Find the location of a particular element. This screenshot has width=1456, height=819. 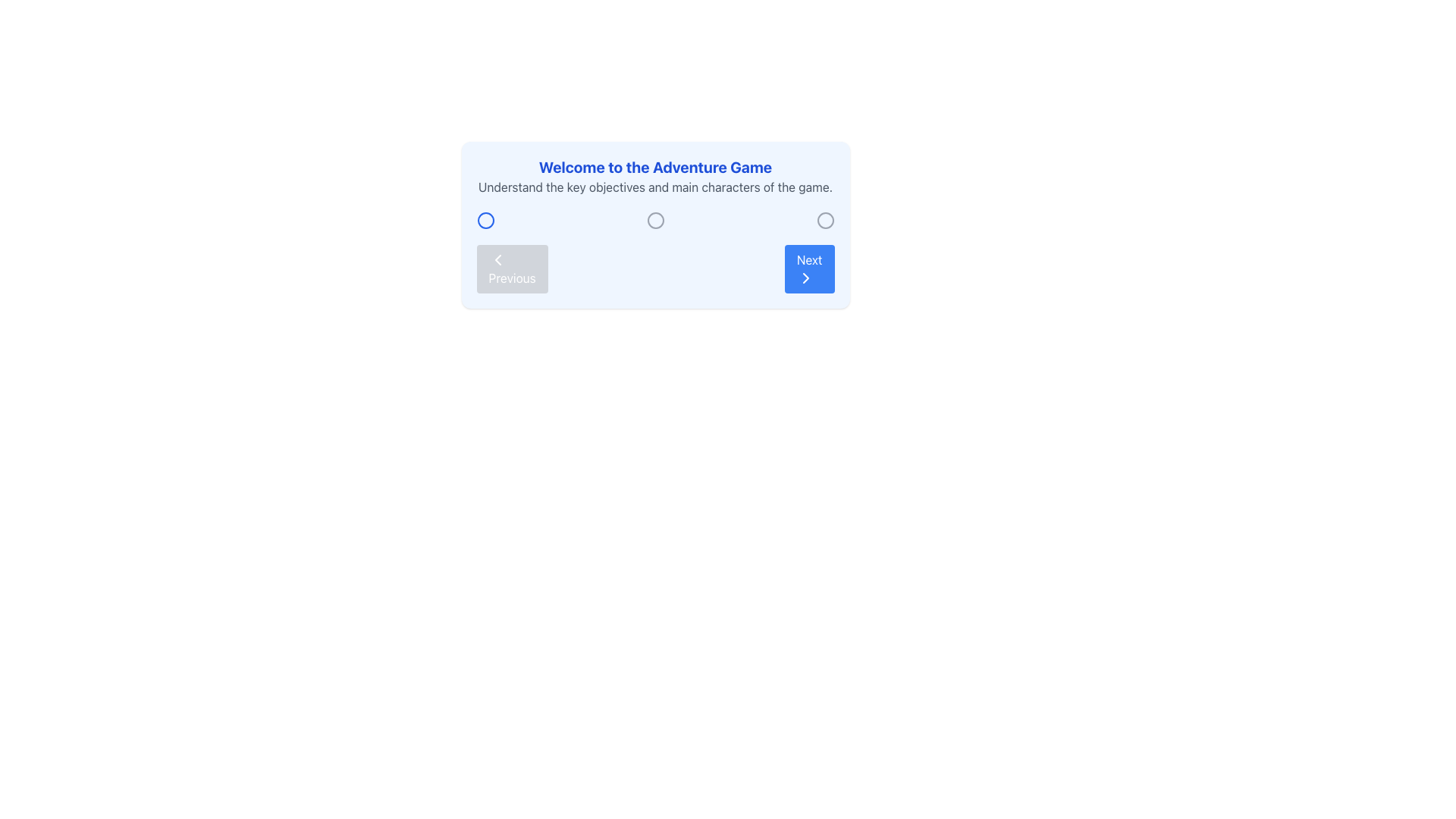

the middle circular icon with a hollow center and gray border, which is centrally positioned within the card labeled 'Welcome to the Adventure Game' is located at coordinates (655, 225).